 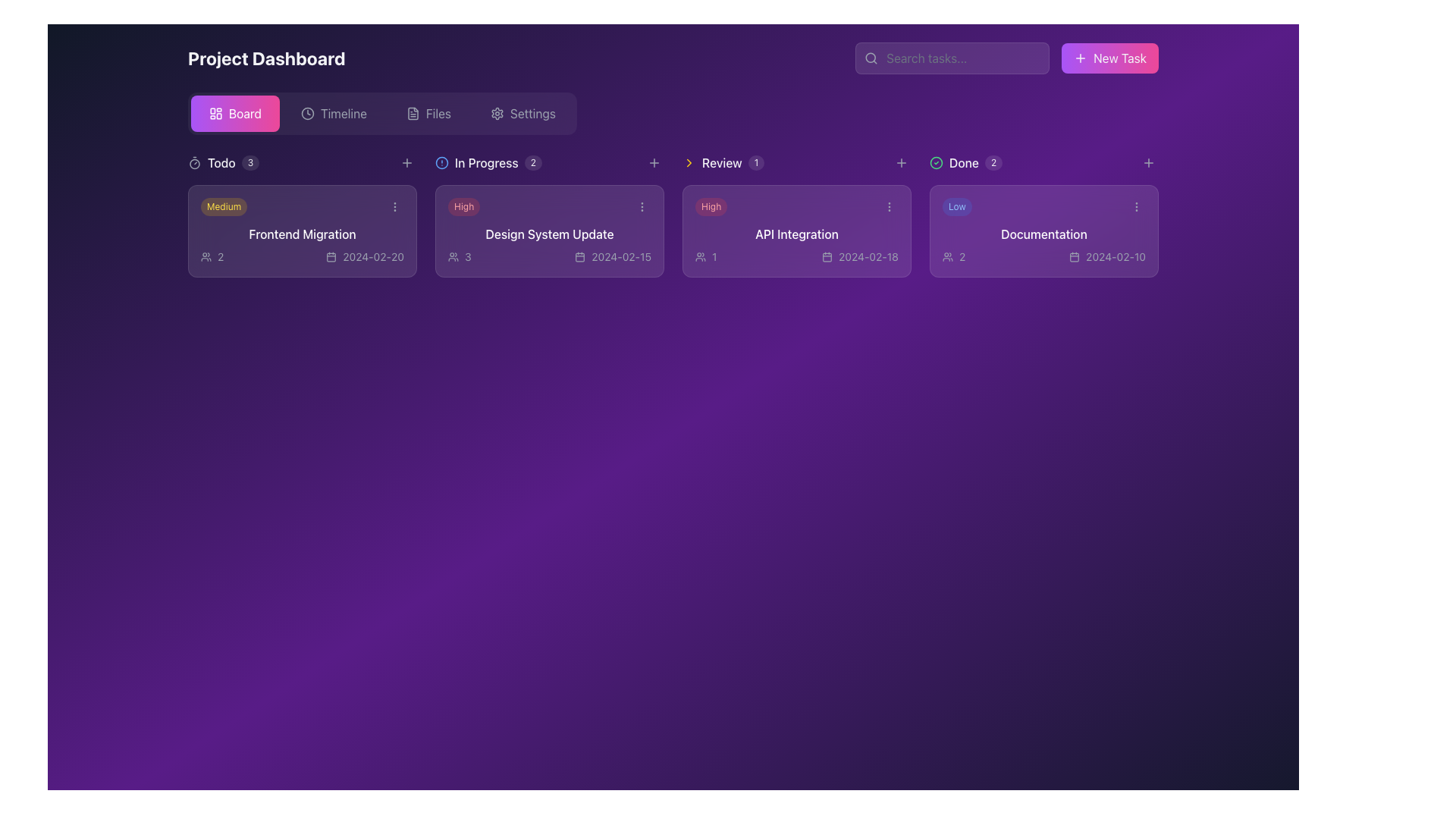 What do you see at coordinates (654, 163) in the screenshot?
I see `the button located to the right of the 'In Progress' section header, which allows users` at bounding box center [654, 163].